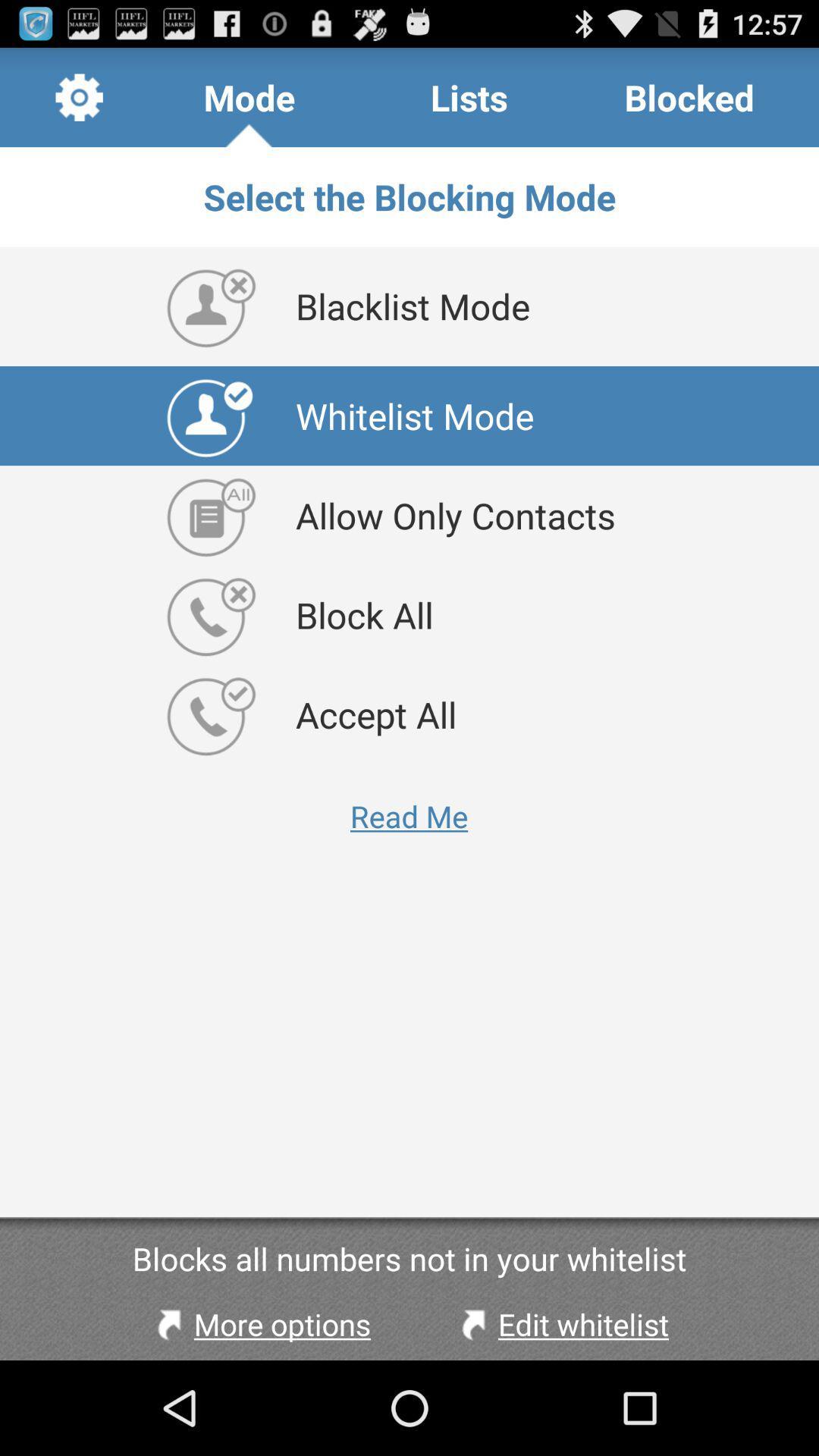 The height and width of the screenshot is (1456, 819). Describe the element at coordinates (561, 1323) in the screenshot. I see `the edit whitelist` at that location.